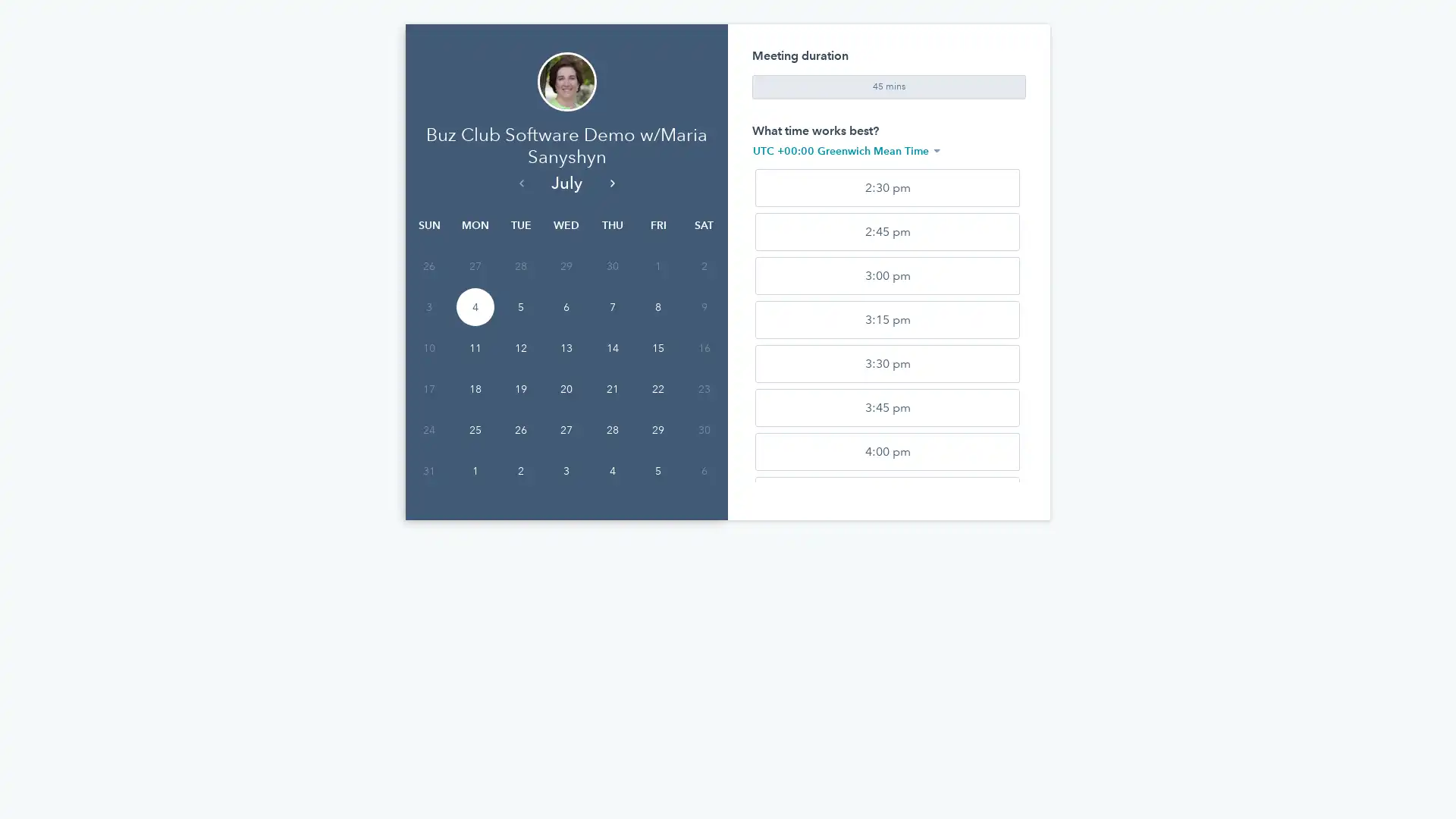 Image resolution: width=1456 pixels, height=819 pixels. I want to click on July 13th, so click(566, 405).